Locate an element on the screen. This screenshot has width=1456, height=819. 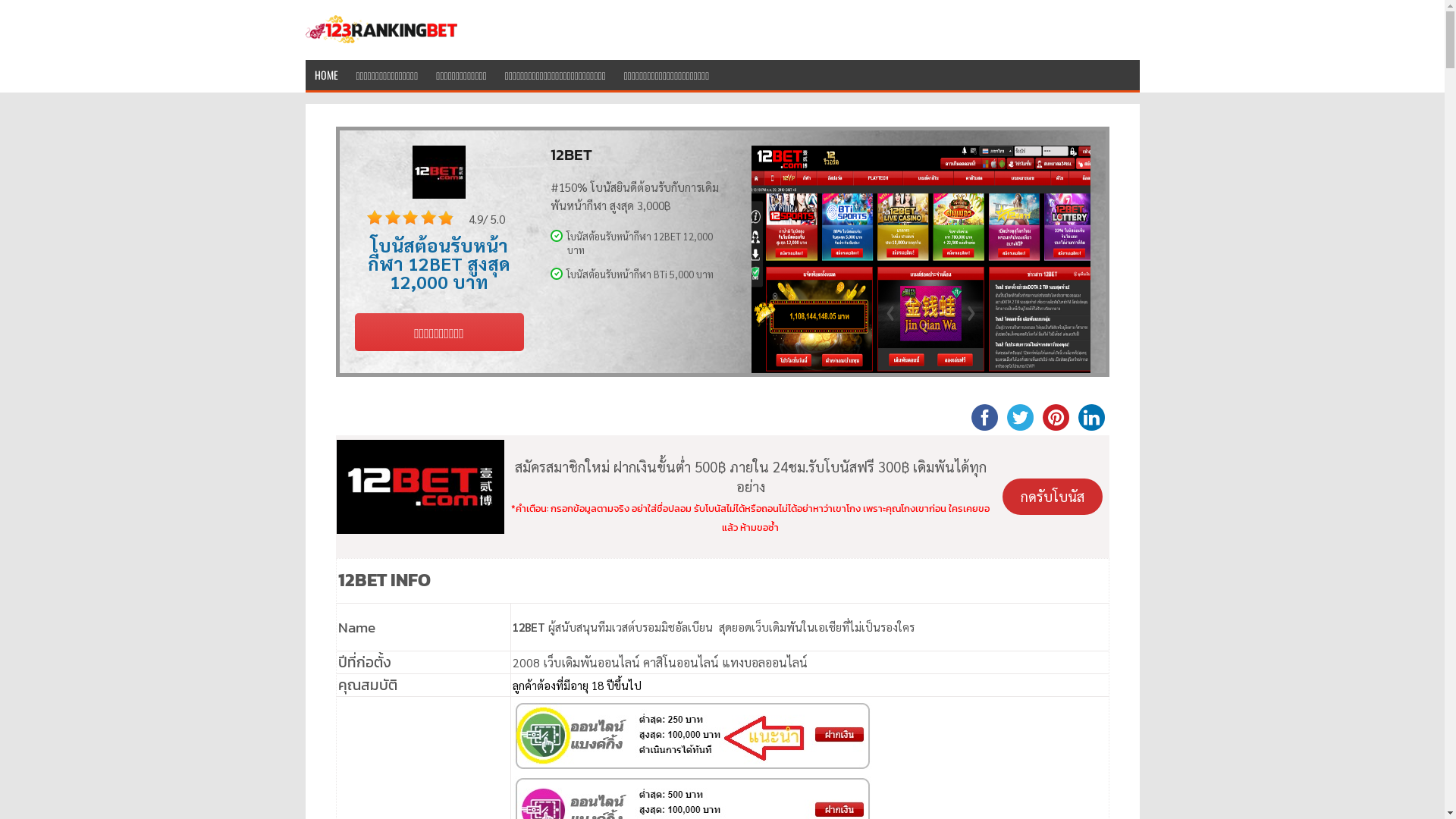
'Pinterest' is located at coordinates (1054, 416).